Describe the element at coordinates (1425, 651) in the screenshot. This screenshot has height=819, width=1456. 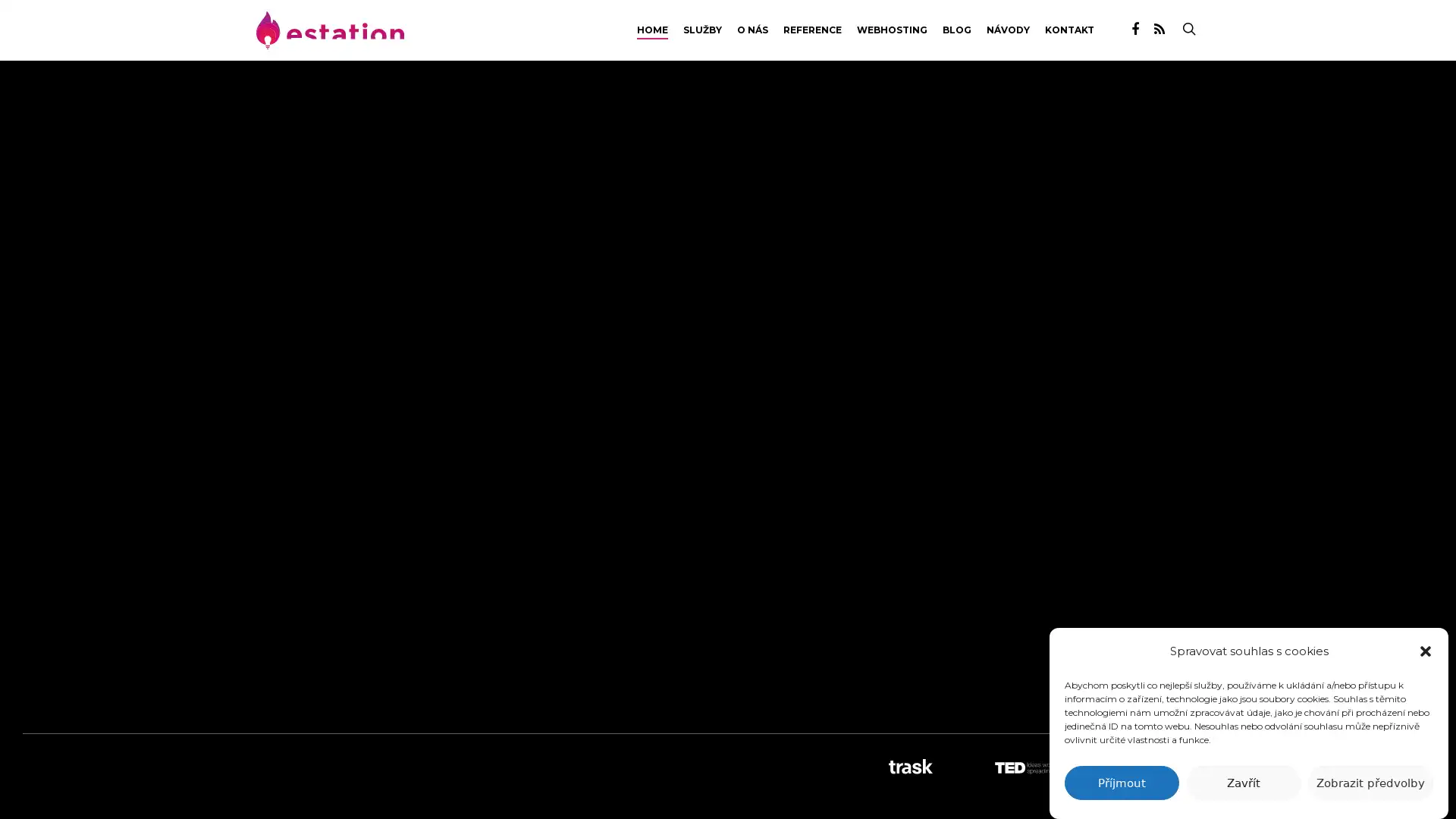
I see `close-dialog` at that location.